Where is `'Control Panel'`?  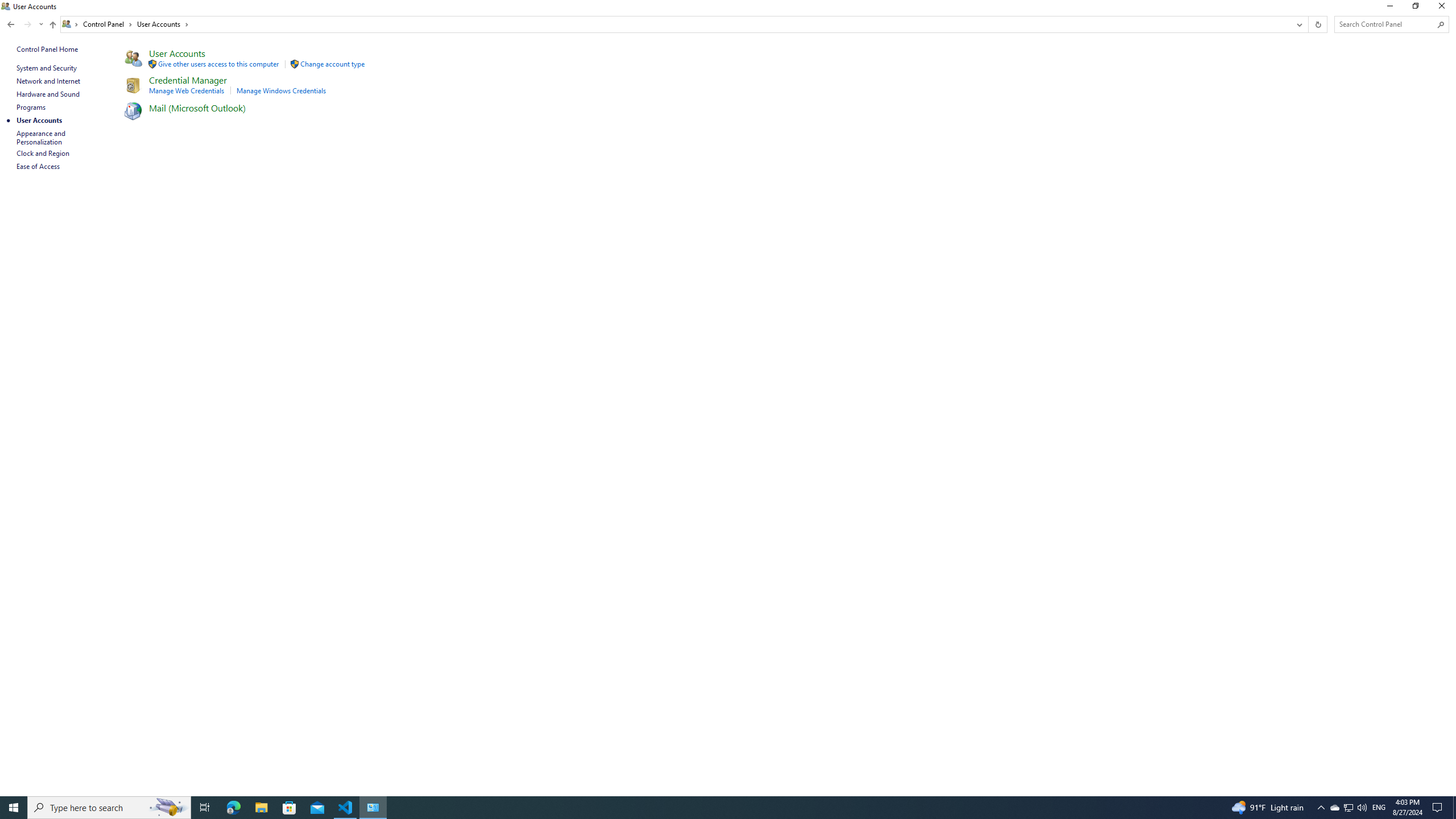
'Control Panel' is located at coordinates (107, 24).